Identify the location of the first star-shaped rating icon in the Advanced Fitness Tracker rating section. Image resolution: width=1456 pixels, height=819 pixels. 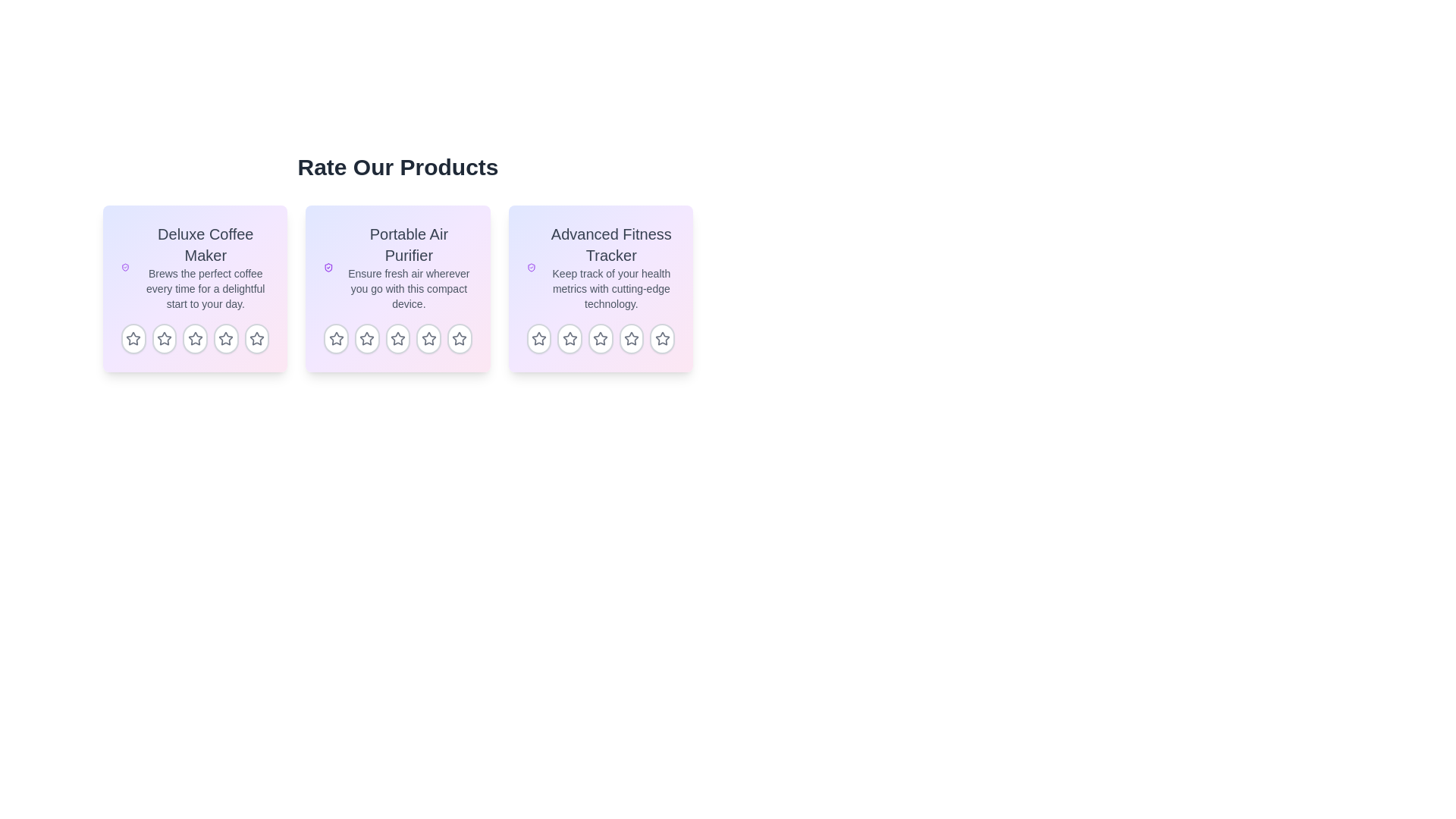
(538, 338).